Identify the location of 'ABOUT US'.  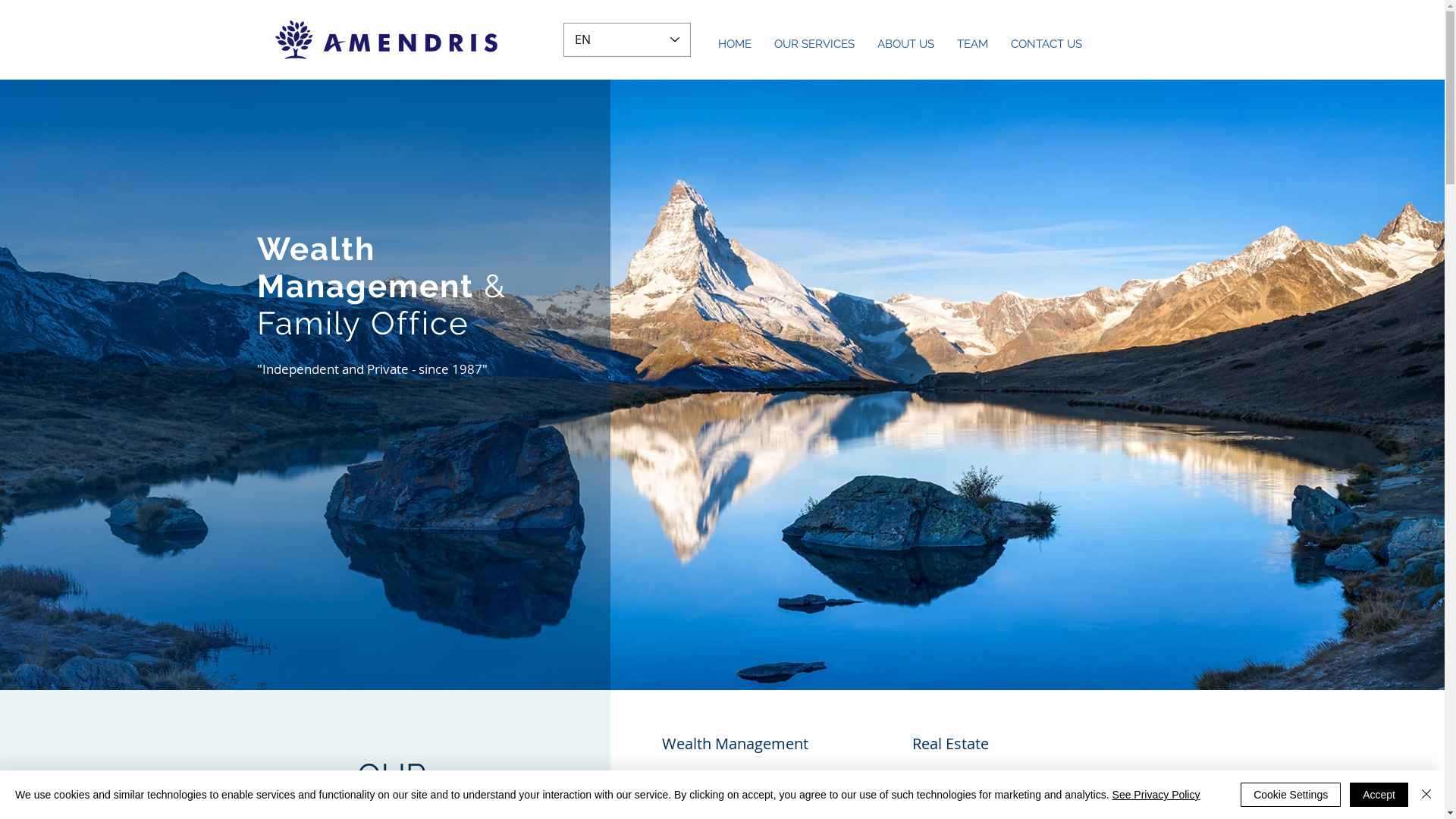
(905, 42).